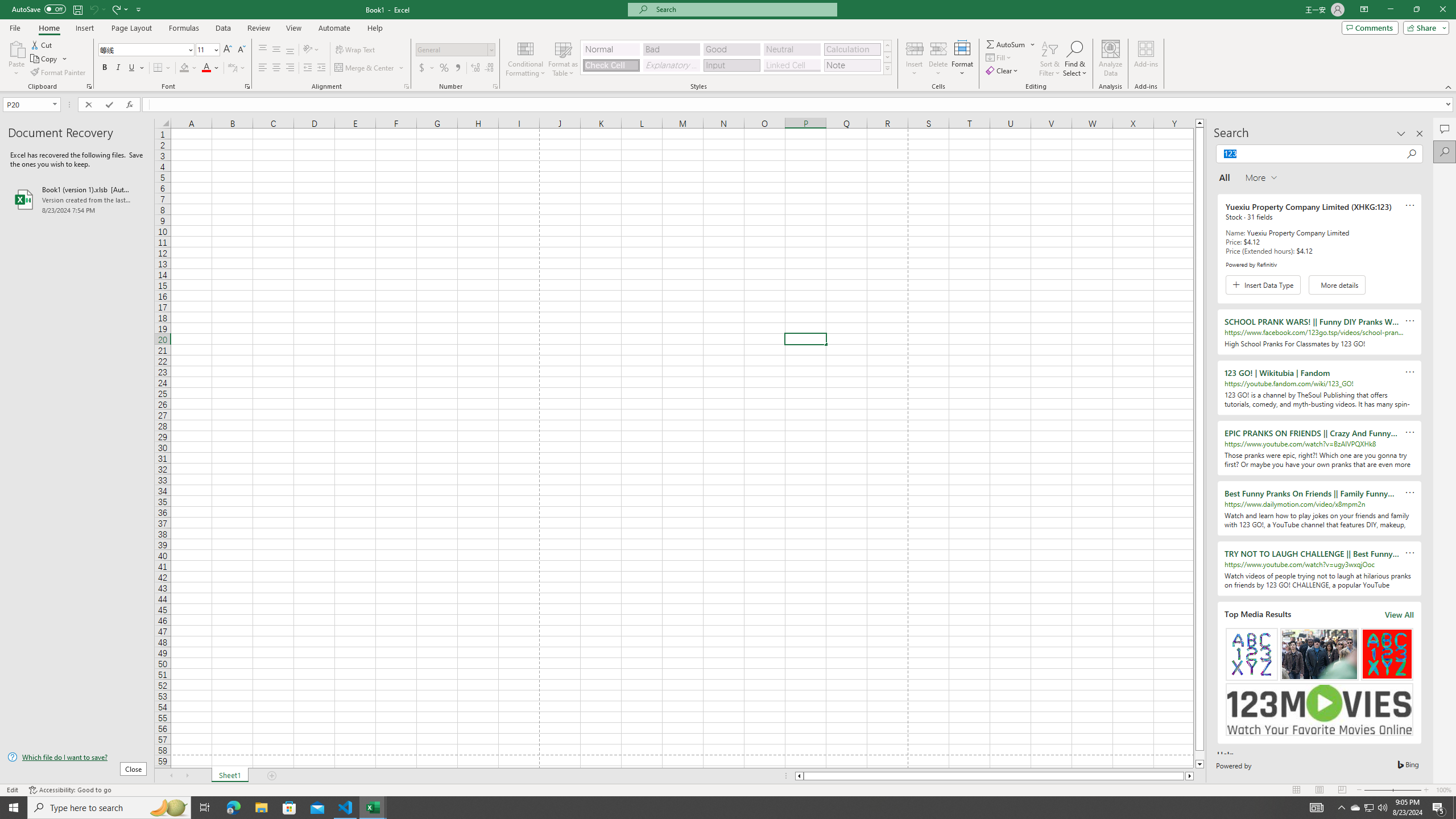  What do you see at coordinates (1189, 775) in the screenshot?
I see `'Column right'` at bounding box center [1189, 775].